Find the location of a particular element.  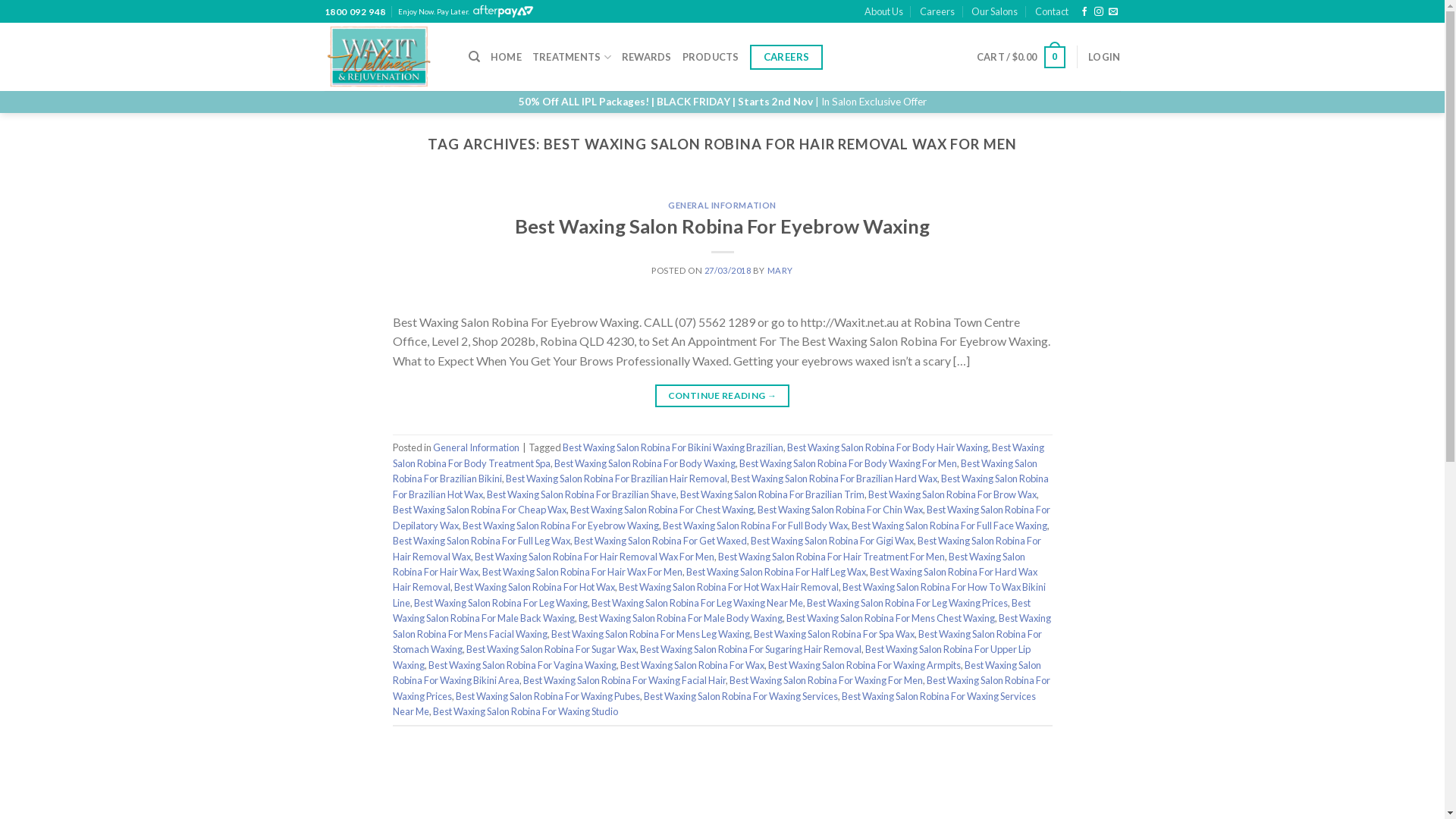

'Follow on Instagram' is located at coordinates (1099, 11).